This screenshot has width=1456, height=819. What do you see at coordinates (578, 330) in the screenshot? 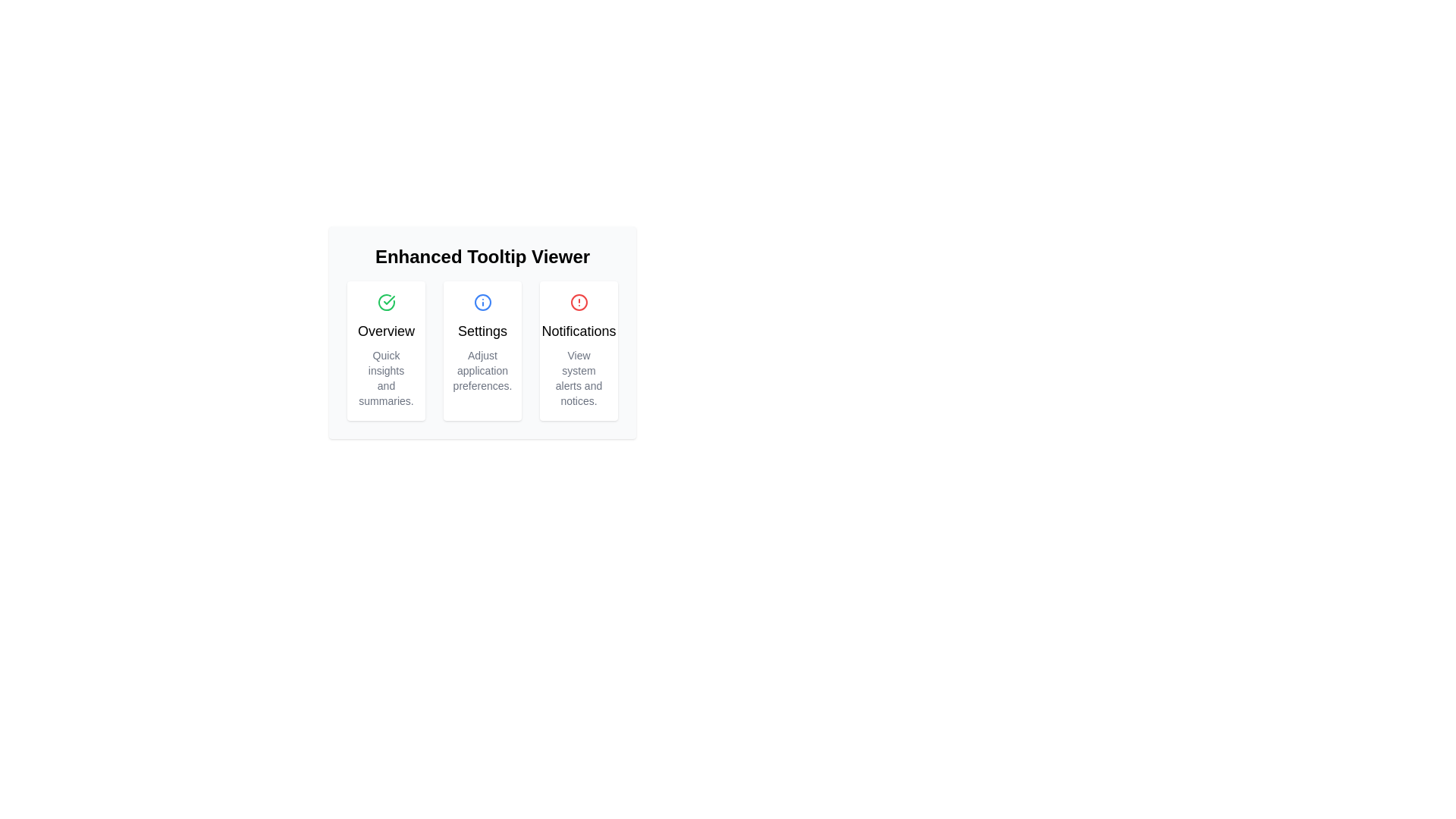
I see `the 'Notifications' text element which is the third title in a horizontal arrangement of three cards, positioned above a smaller descriptive text and to the right of the 'Settings' title` at bounding box center [578, 330].